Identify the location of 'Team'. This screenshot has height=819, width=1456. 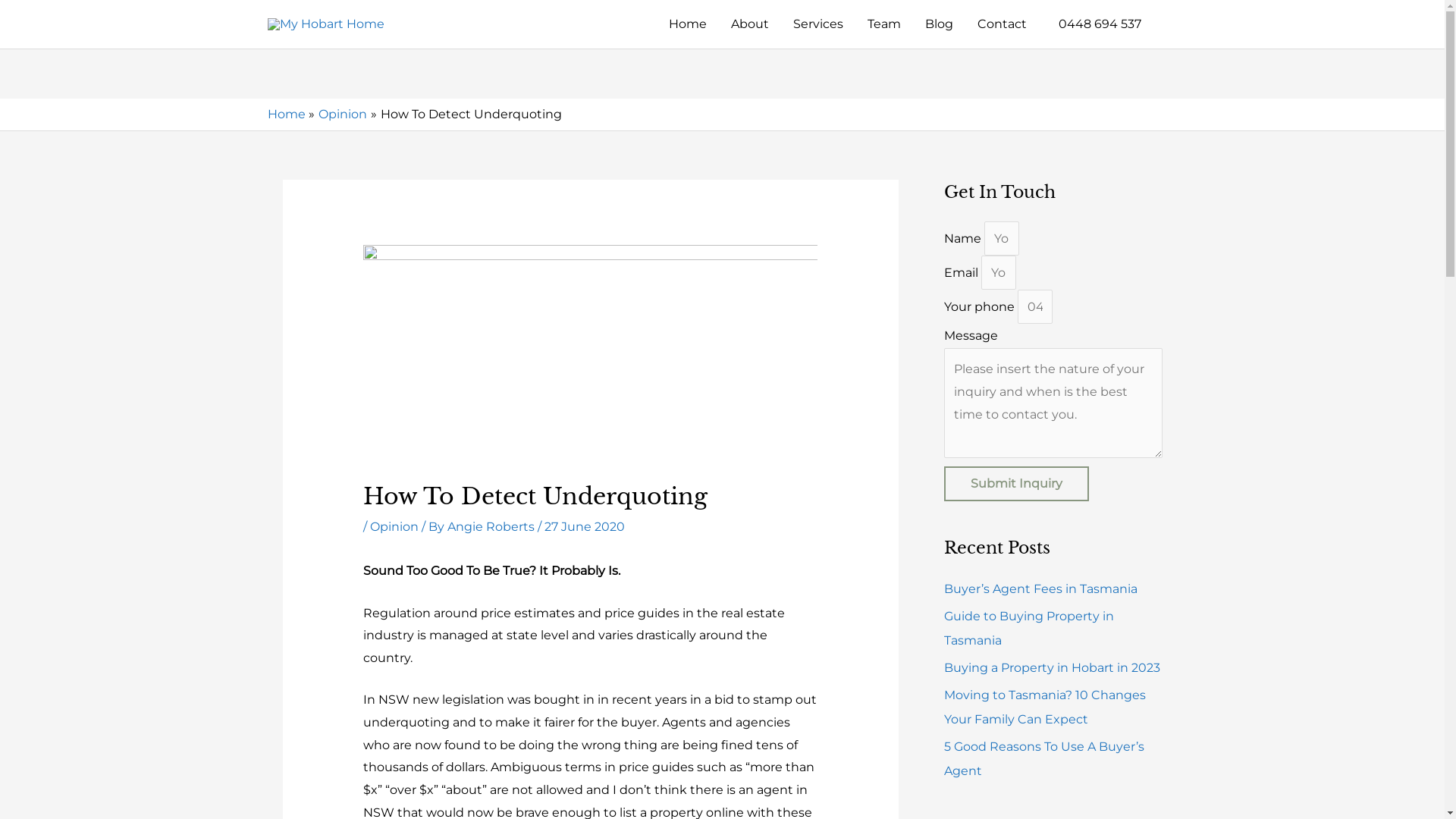
(884, 24).